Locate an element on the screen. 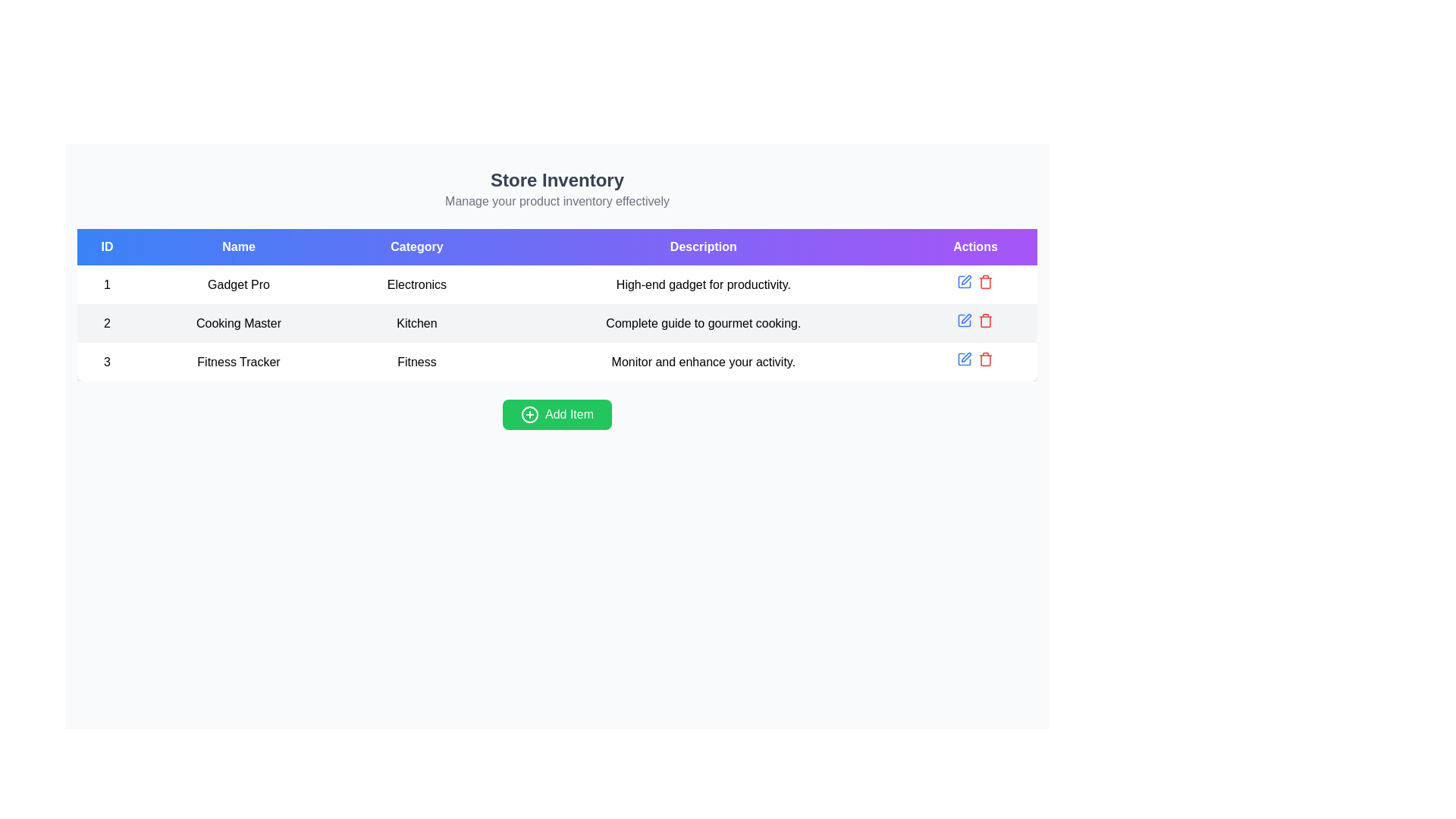 The height and width of the screenshot is (819, 1456). the Text Label displaying the numeral '3' in bold, which is located in the first cell of the third row within the table, before the 'Fitness Tracker' text is located at coordinates (106, 362).